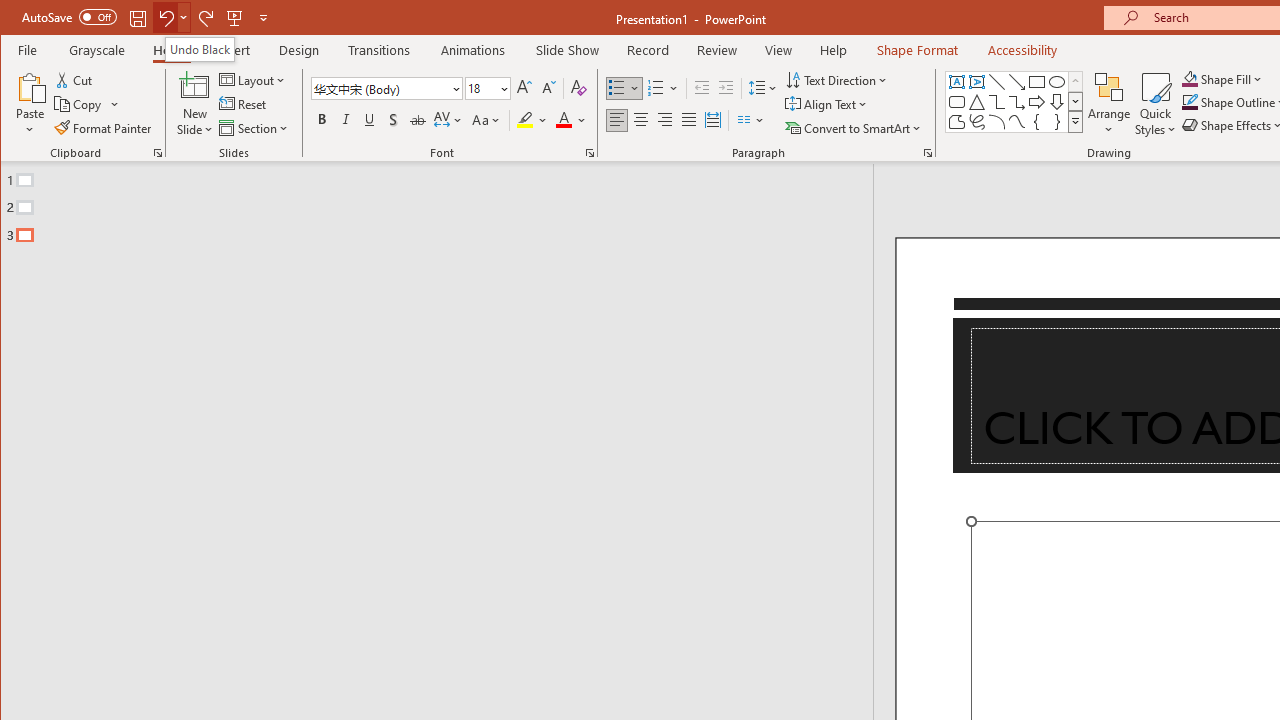 This screenshot has height=720, width=1280. I want to click on 'Paste', so click(30, 85).